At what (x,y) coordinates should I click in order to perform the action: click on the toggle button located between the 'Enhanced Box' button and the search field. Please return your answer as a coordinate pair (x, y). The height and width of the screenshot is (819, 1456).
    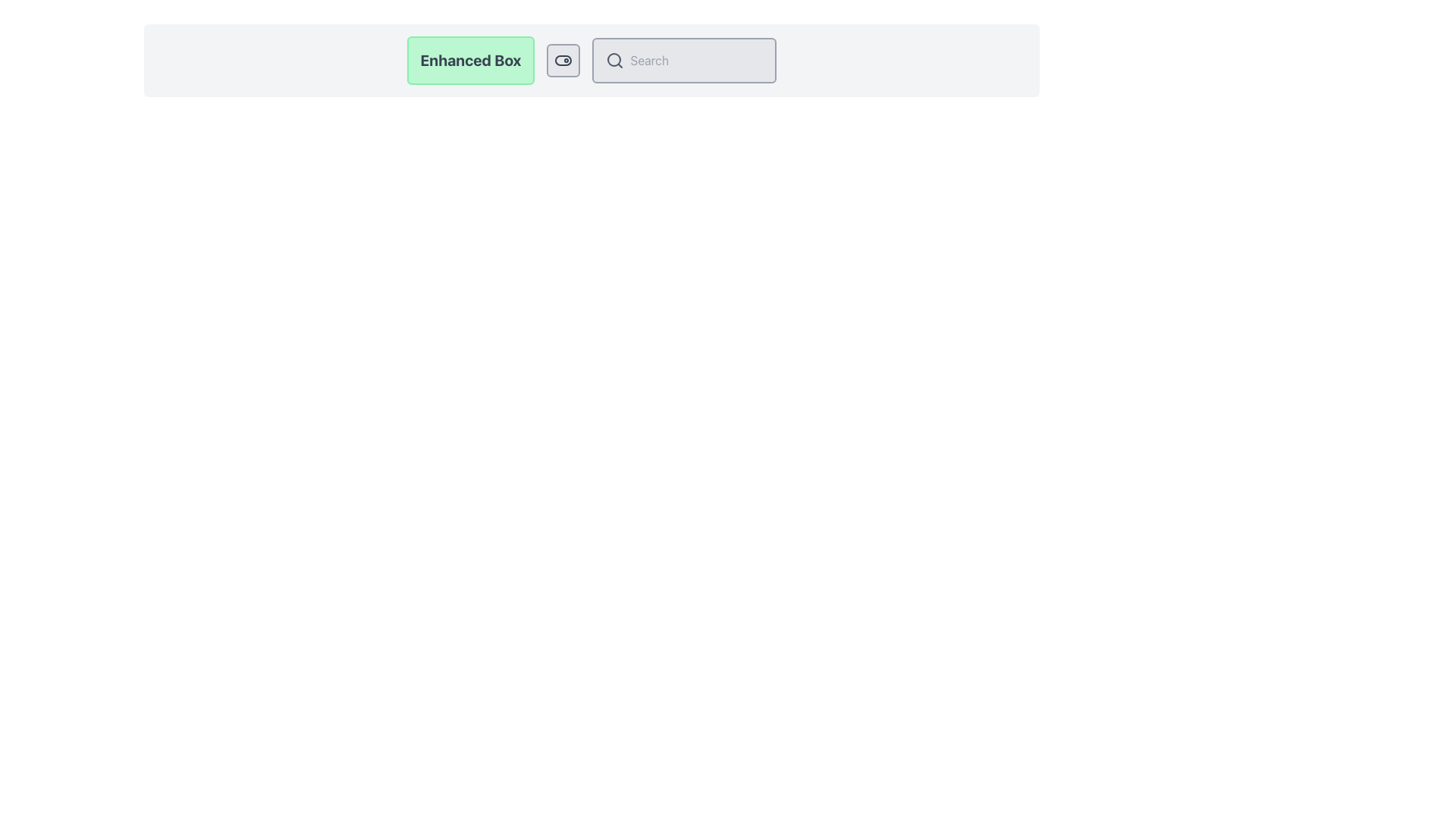
    Looking at the image, I should click on (563, 60).